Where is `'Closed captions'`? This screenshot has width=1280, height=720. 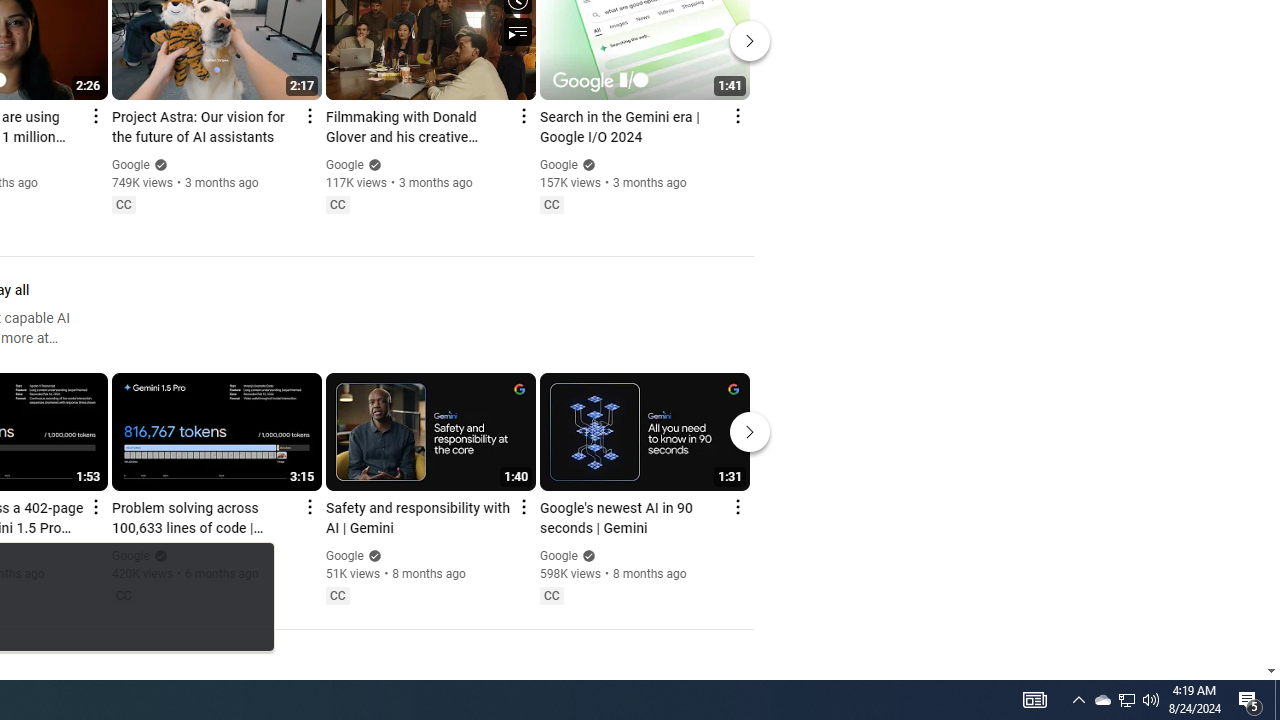 'Closed captions' is located at coordinates (551, 594).